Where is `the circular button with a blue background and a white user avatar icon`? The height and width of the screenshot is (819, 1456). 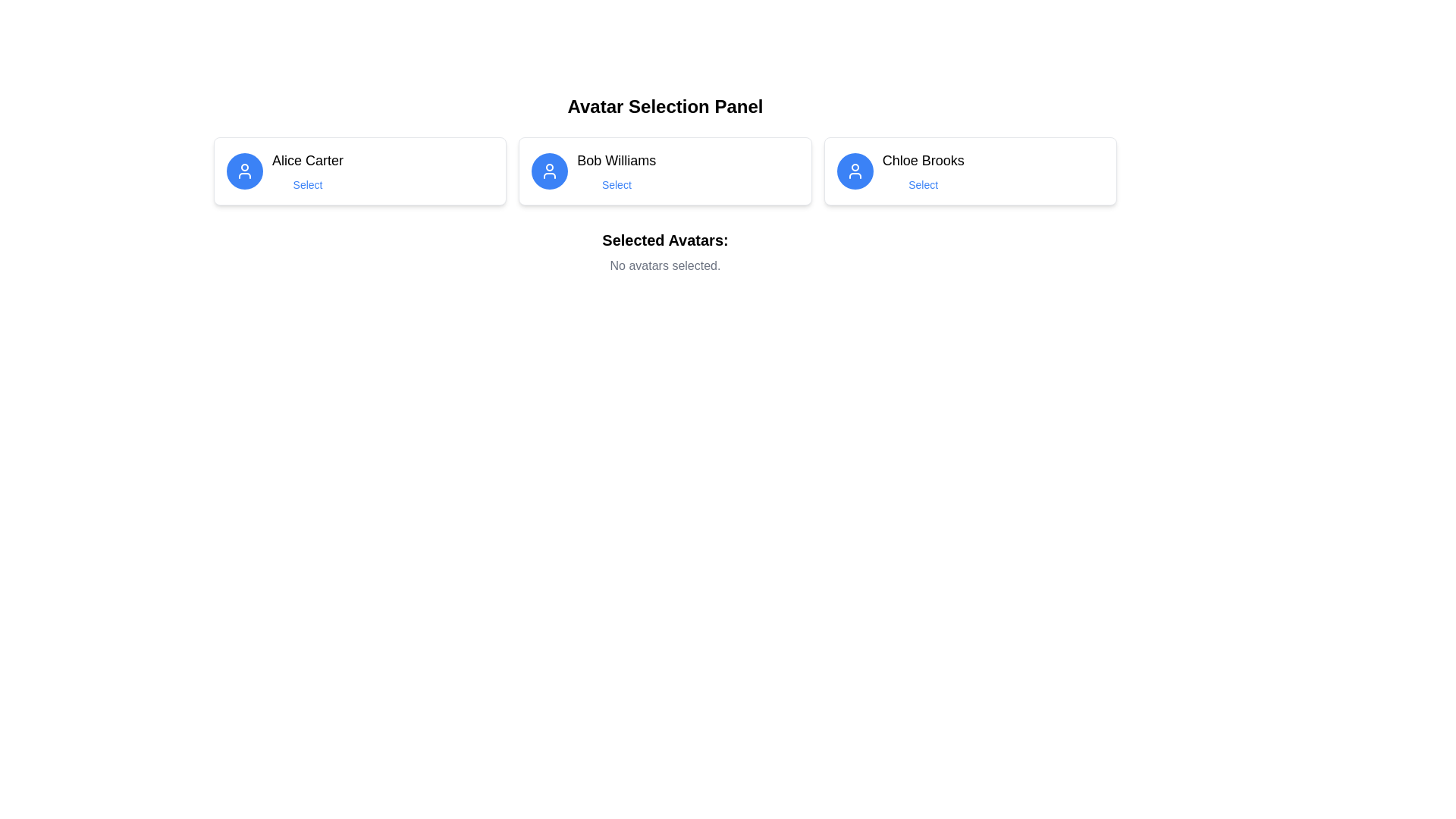
the circular button with a blue background and a white user avatar icon is located at coordinates (244, 171).